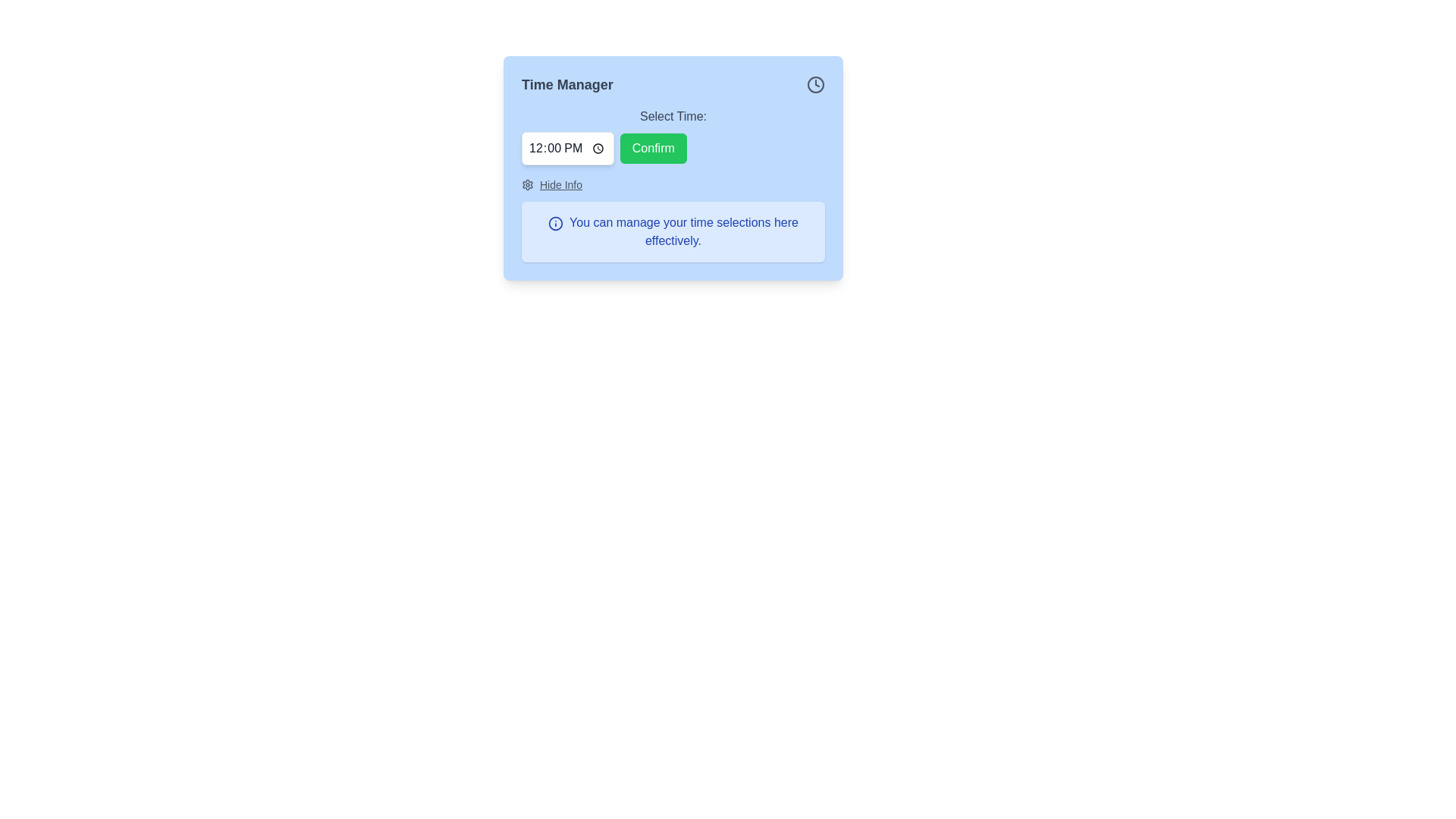 The width and height of the screenshot is (1456, 819). What do you see at coordinates (653, 149) in the screenshot?
I see `the confirm button located within the light-blue 'Time Manager' panel to observe any hover effects` at bounding box center [653, 149].